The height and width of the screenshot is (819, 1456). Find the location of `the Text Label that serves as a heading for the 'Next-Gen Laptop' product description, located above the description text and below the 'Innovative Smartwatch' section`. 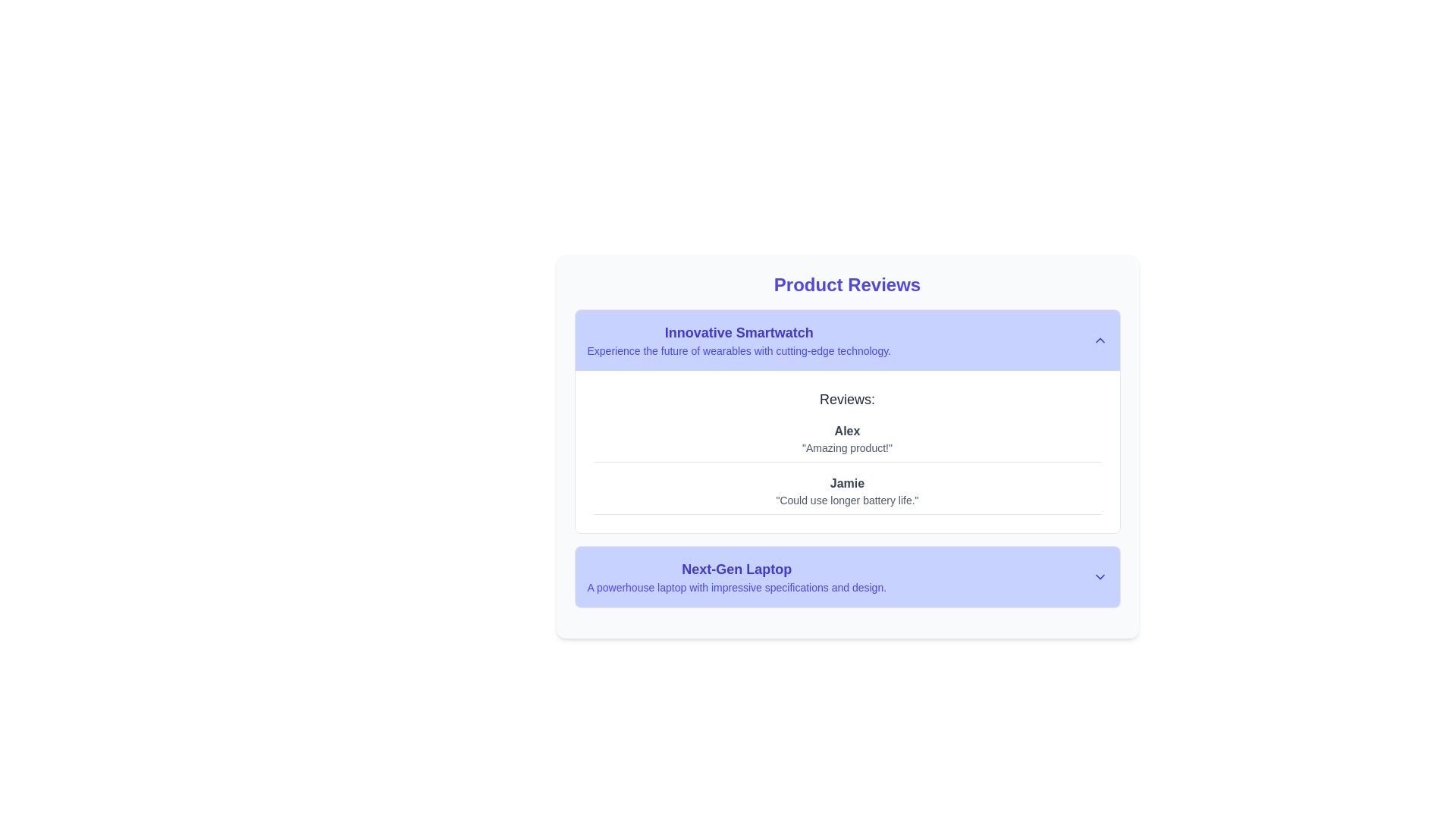

the Text Label that serves as a heading for the 'Next-Gen Laptop' product description, located above the description text and below the 'Innovative Smartwatch' section is located at coordinates (736, 570).